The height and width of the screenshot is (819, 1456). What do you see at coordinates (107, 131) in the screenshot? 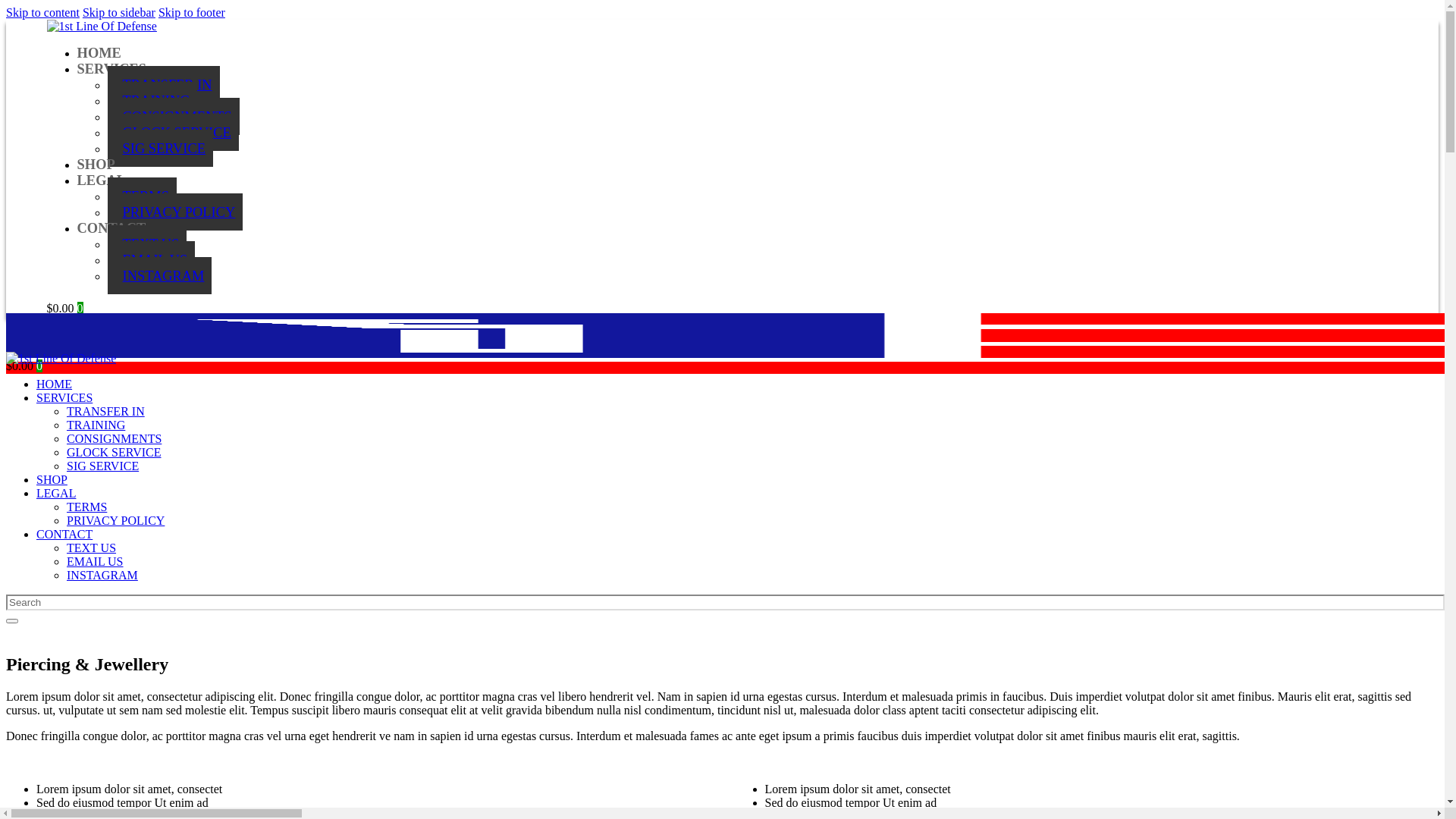
I see `'GLOCK SERVICE'` at bounding box center [107, 131].